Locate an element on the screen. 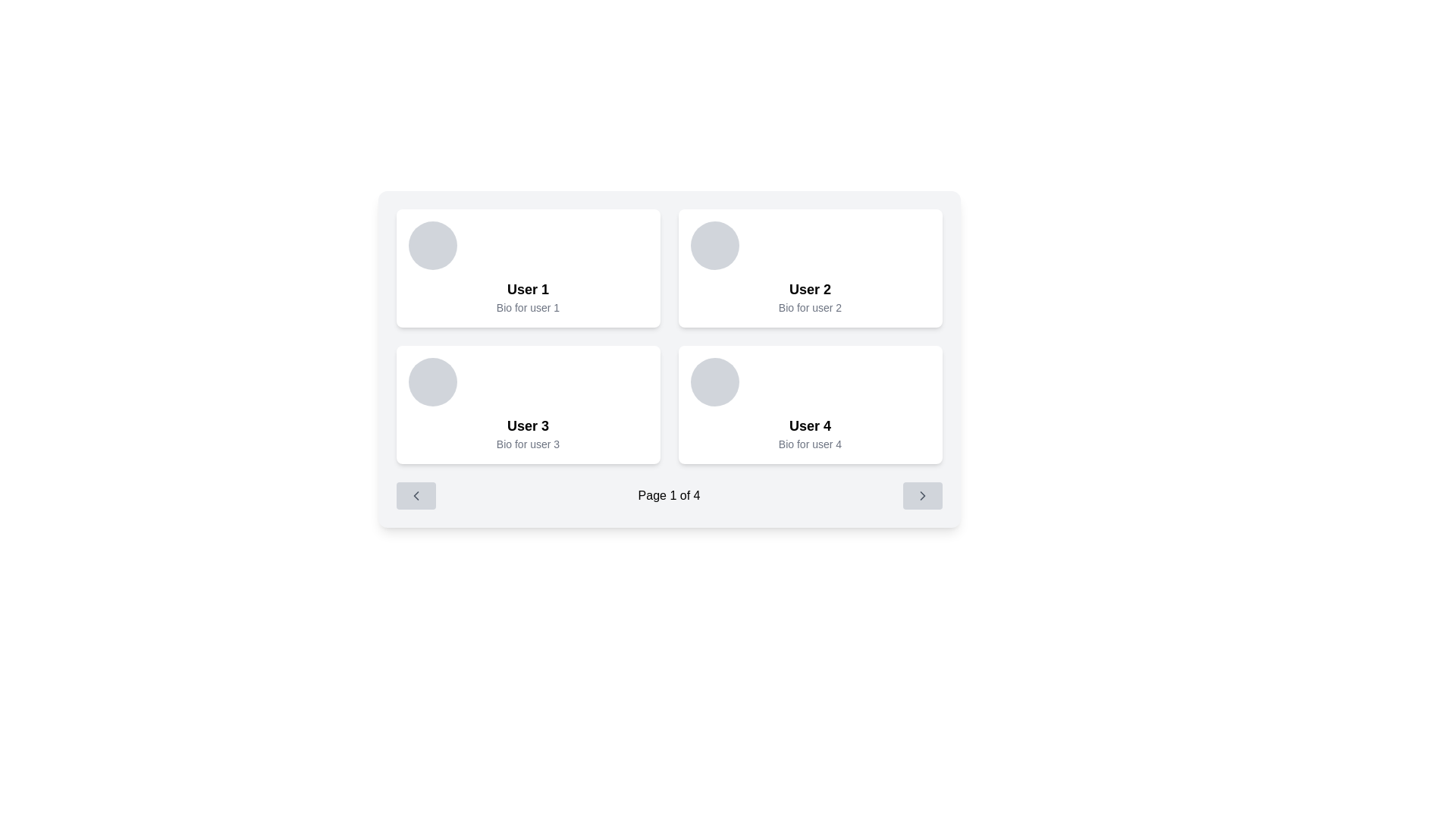  the text label displaying 'Bio for user 3' located within the user profile card for 'User 3' is located at coordinates (528, 444).